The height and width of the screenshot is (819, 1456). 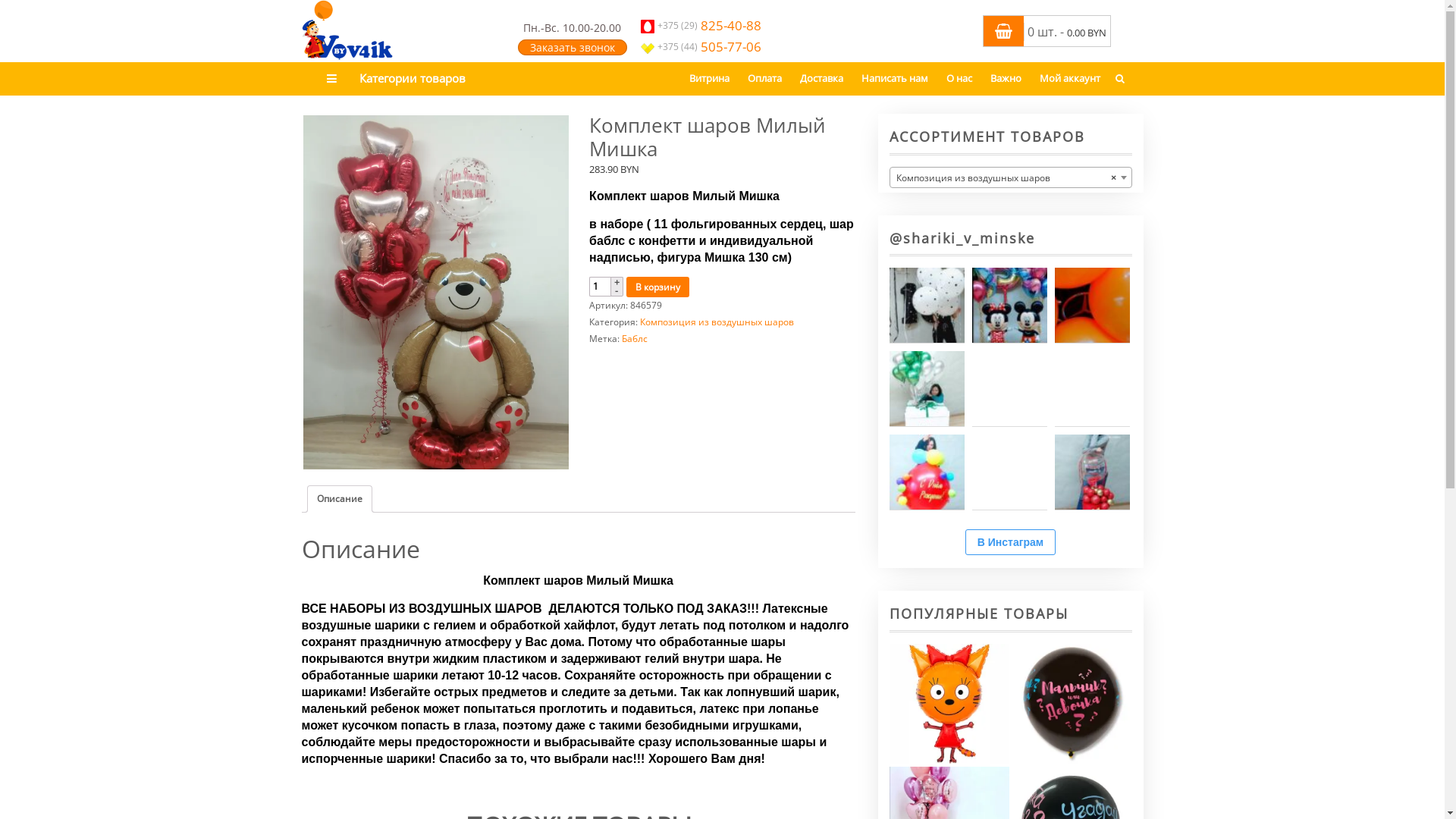 I want to click on '+375 (44) 505-77-06', so click(x=640, y=45).